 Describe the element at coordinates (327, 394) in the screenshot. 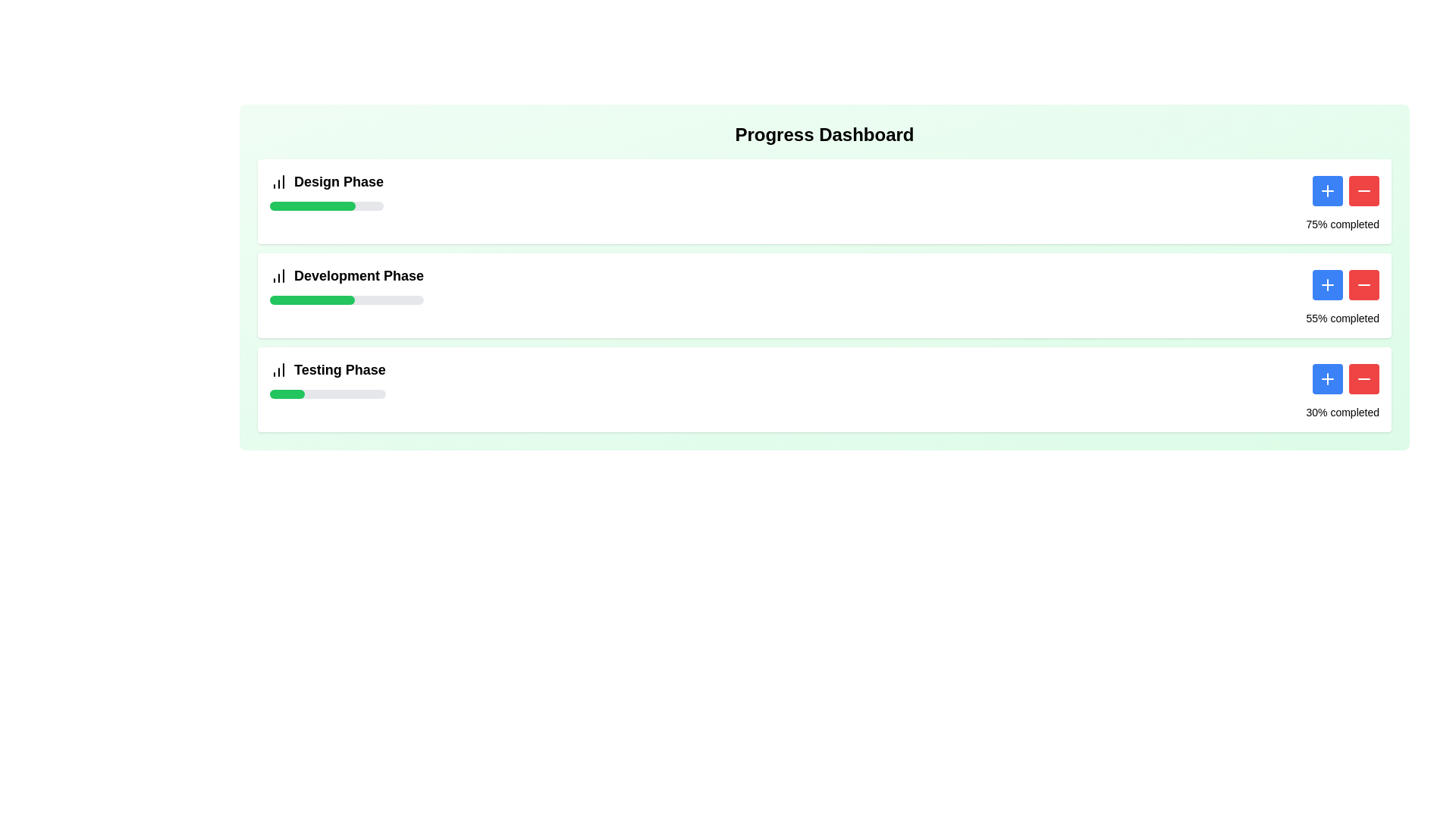

I see `the horizontal progress bar indicating progress under the 'Testing Phase' heading` at that location.